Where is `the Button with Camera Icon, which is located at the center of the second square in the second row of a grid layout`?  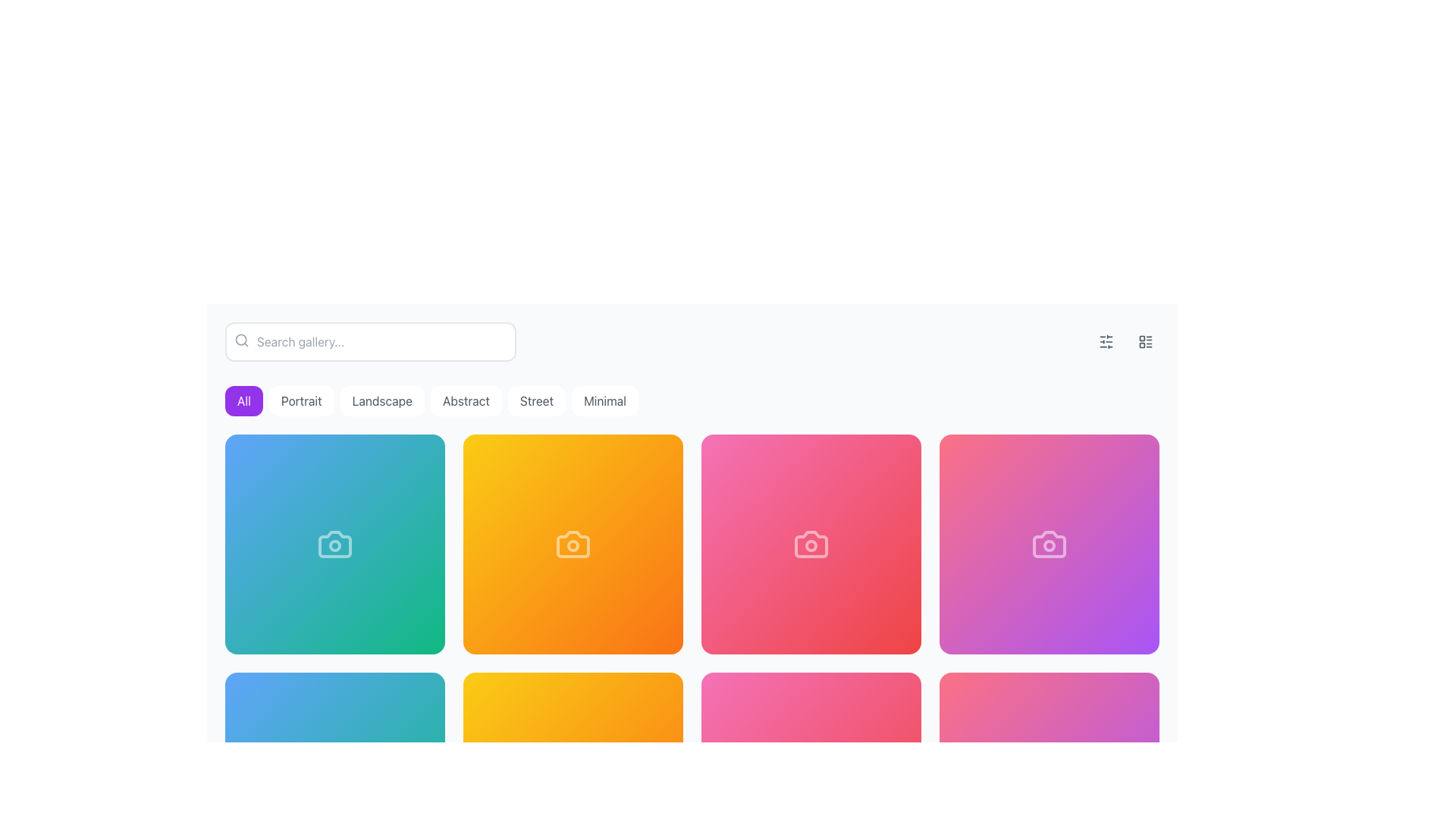
the Button with Camera Icon, which is located at the center of the second square in the second row of a grid layout is located at coordinates (572, 543).